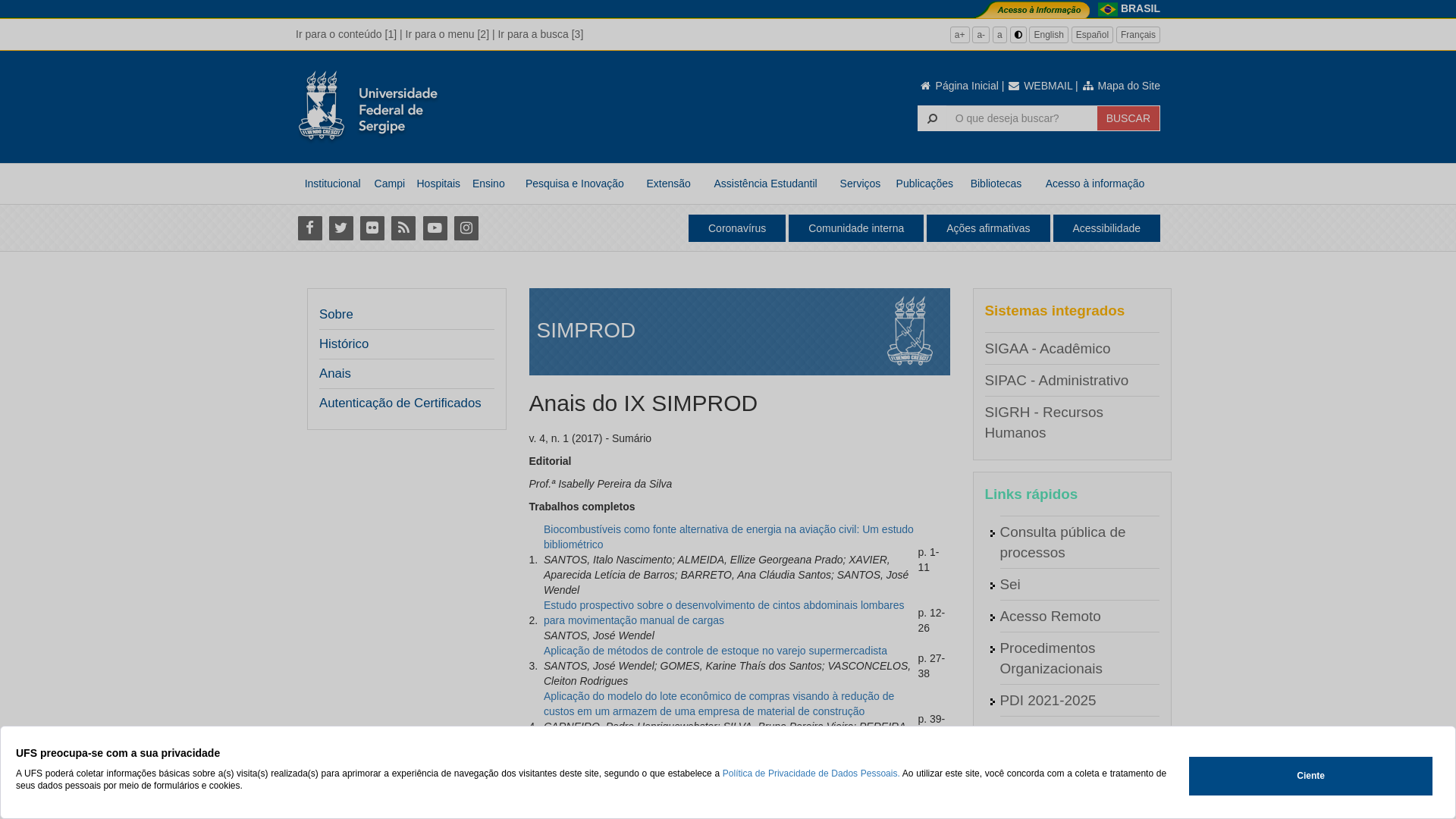 This screenshot has width=1456, height=819. What do you see at coordinates (1128, 117) in the screenshot?
I see `'BUSCAR'` at bounding box center [1128, 117].